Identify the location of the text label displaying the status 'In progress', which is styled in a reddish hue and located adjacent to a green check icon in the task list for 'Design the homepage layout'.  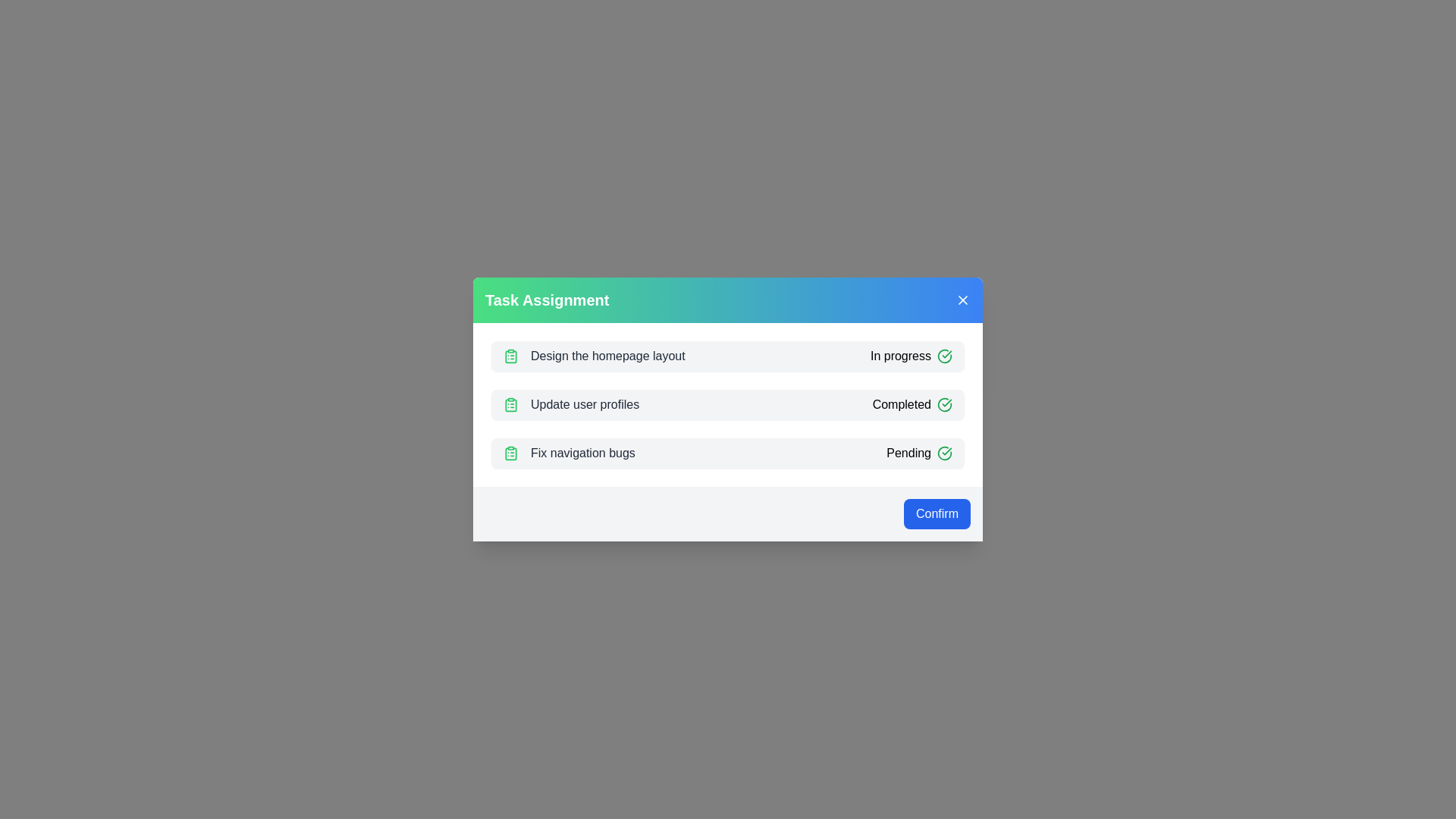
(910, 356).